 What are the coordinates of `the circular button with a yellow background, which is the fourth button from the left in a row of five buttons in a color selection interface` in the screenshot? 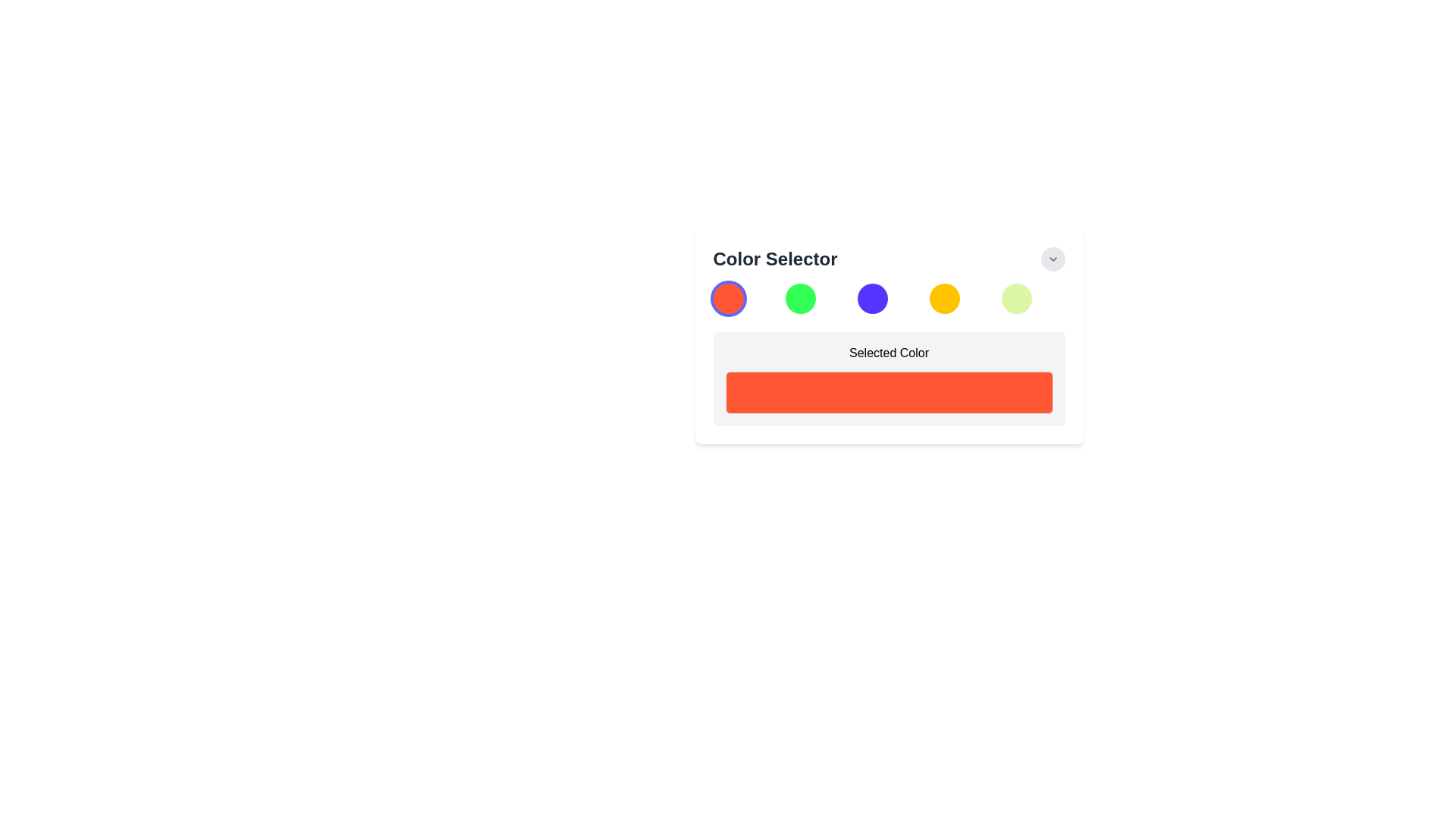 It's located at (944, 298).